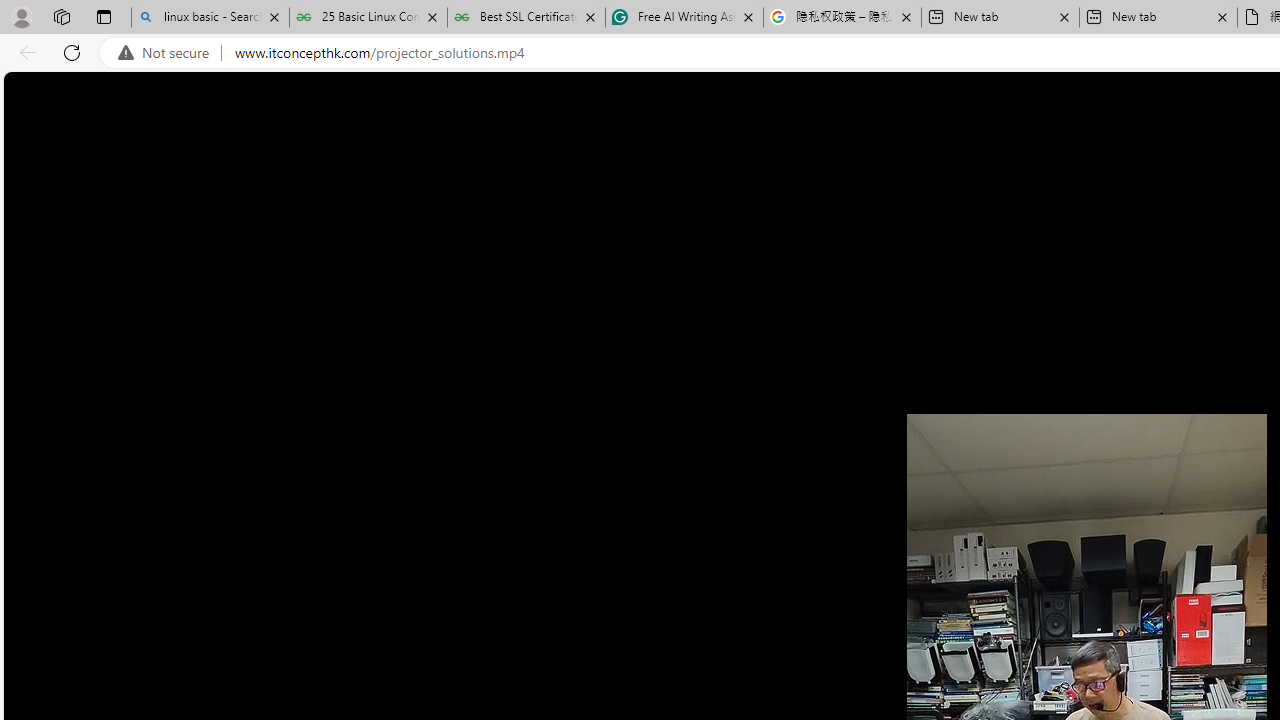 The width and height of the screenshot is (1280, 720). Describe the element at coordinates (684, 17) in the screenshot. I see `'Free AI Writing Assistance for Students | Grammarly'` at that location.